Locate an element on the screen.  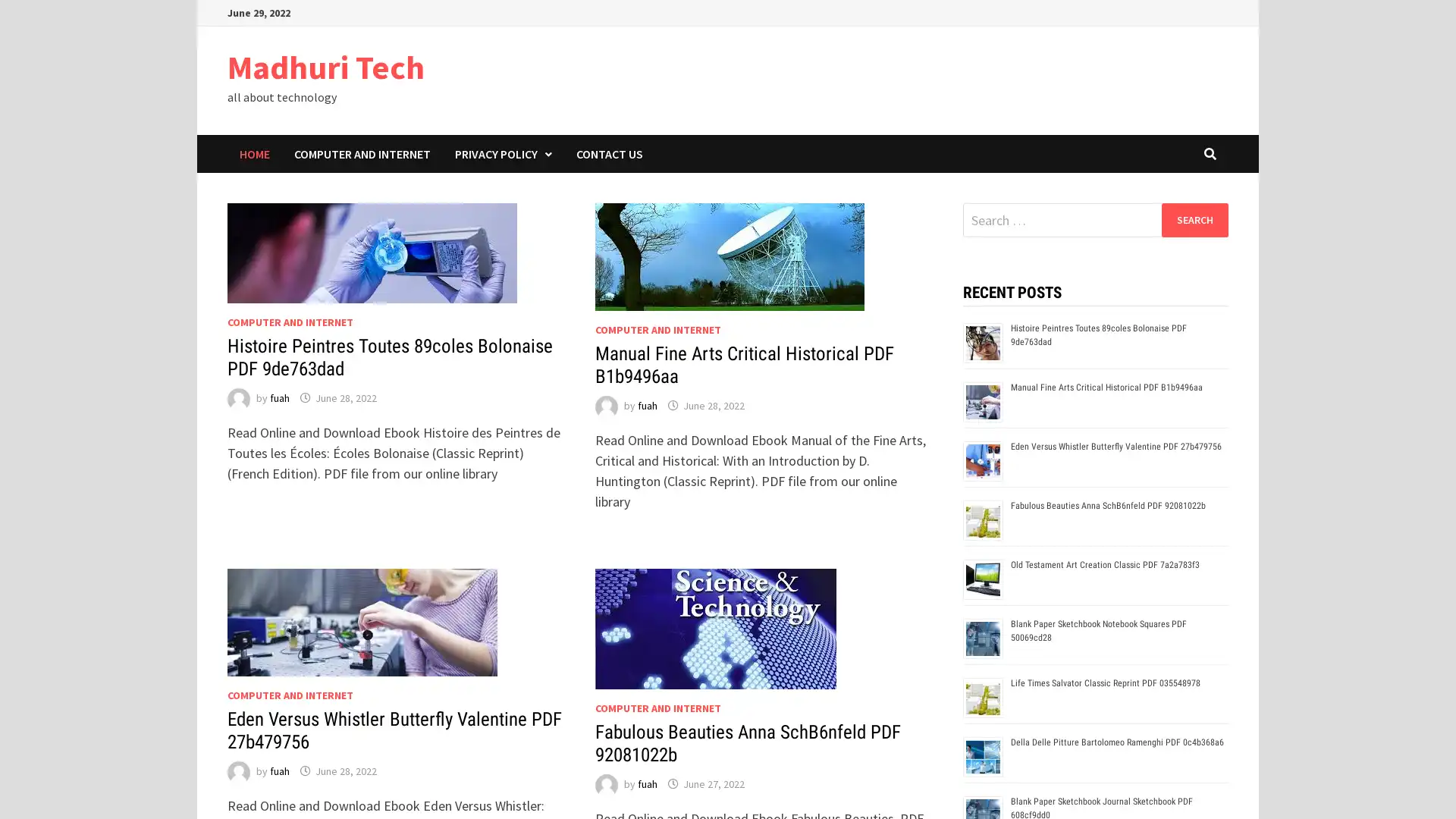
Search is located at coordinates (1194, 219).